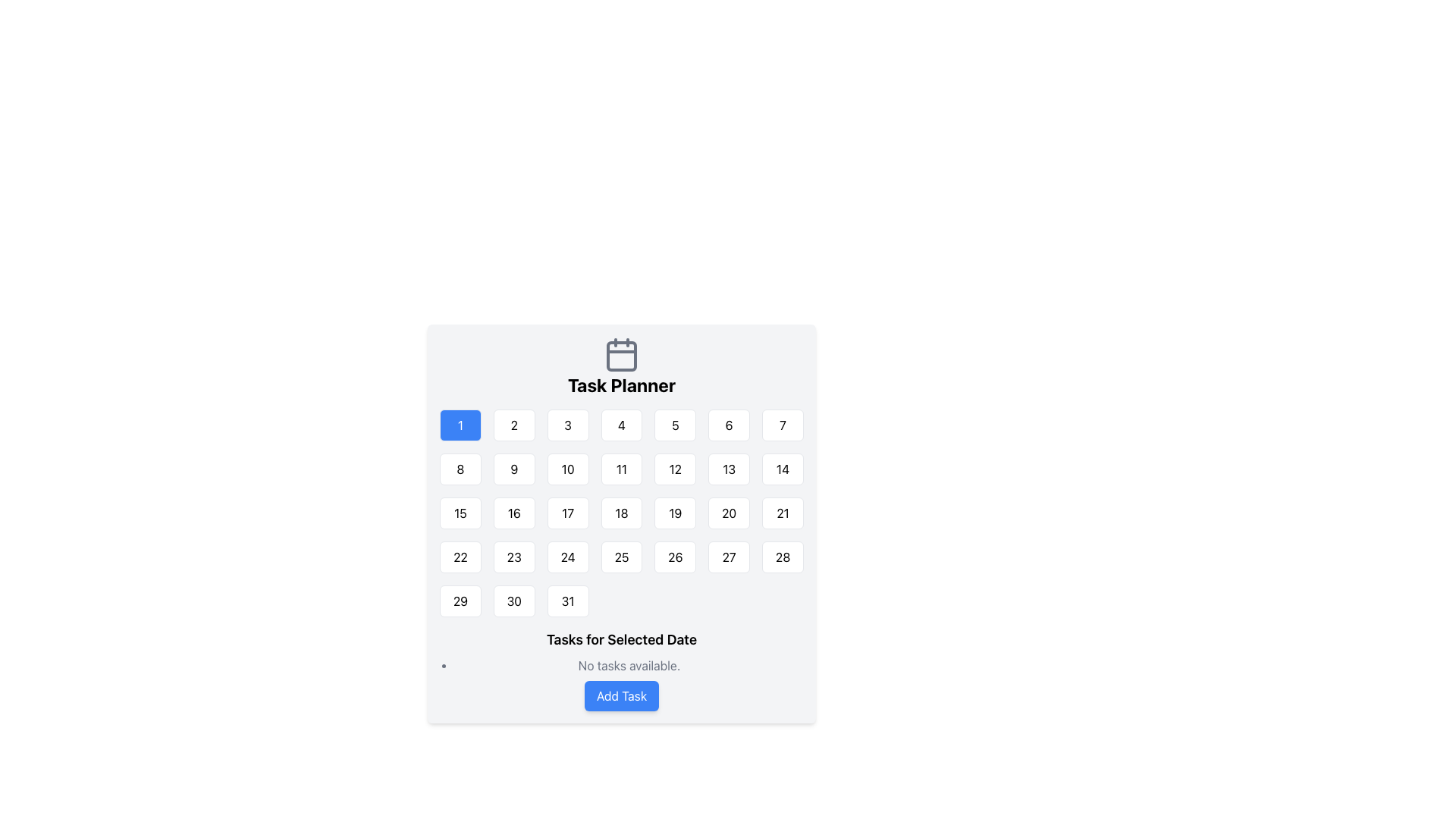  I want to click on the button representing the 25th day in the Task Planner calendar interface, so click(622, 557).